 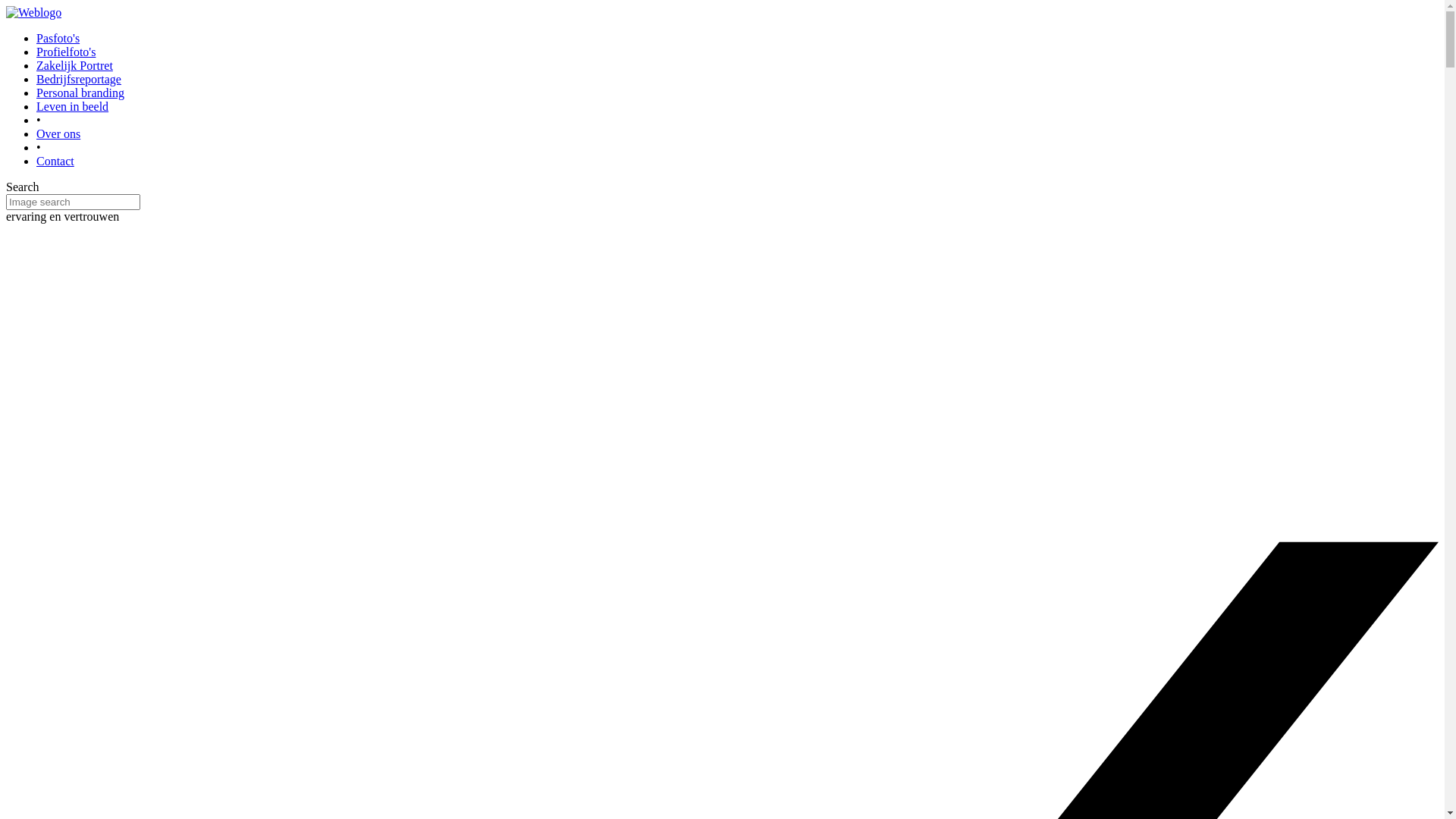 I want to click on 'Profielfoto's', so click(x=64, y=51).